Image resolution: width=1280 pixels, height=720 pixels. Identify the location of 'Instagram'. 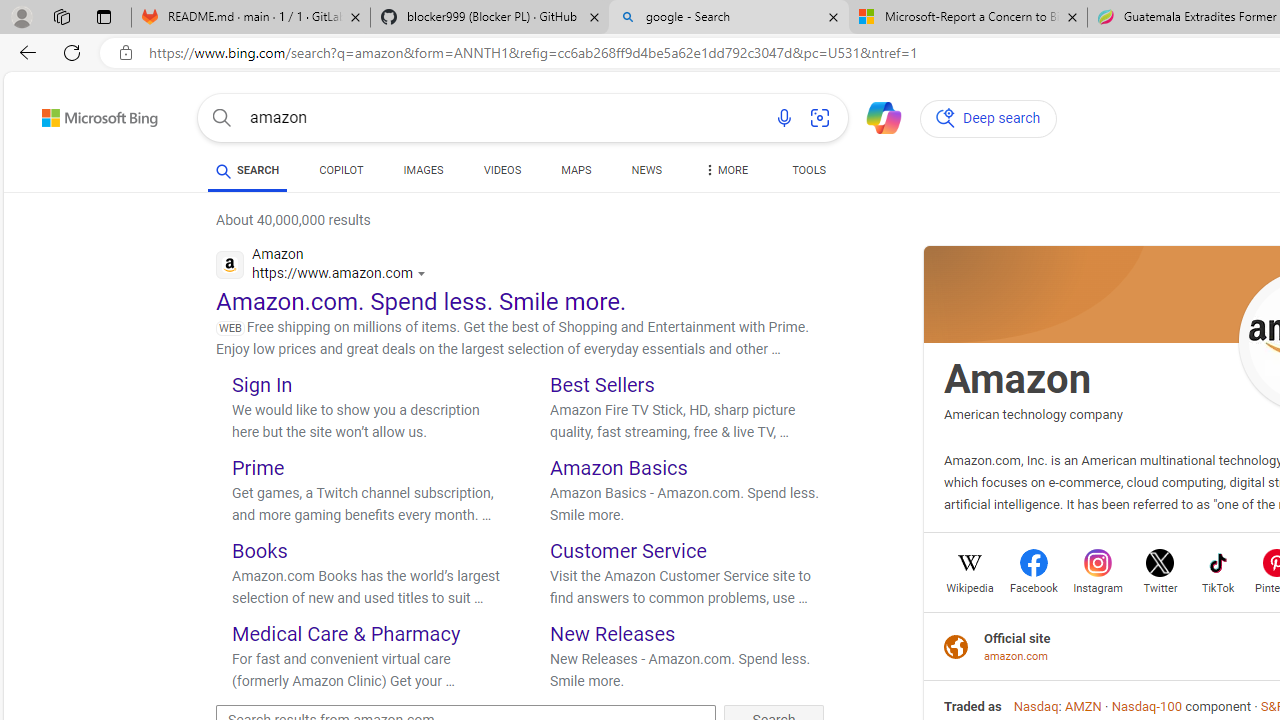
(1097, 585).